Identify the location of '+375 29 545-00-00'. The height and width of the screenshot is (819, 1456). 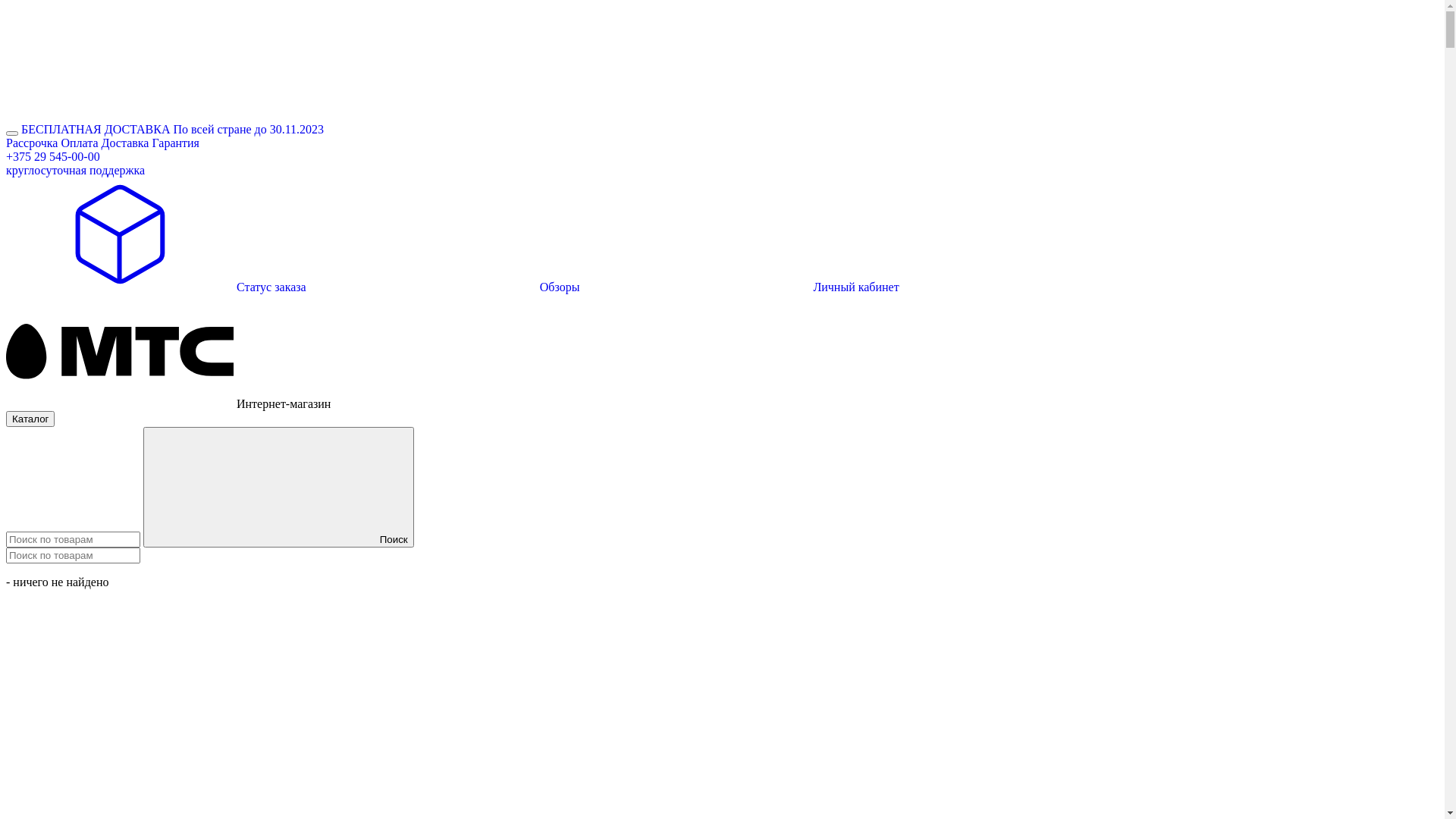
(6, 156).